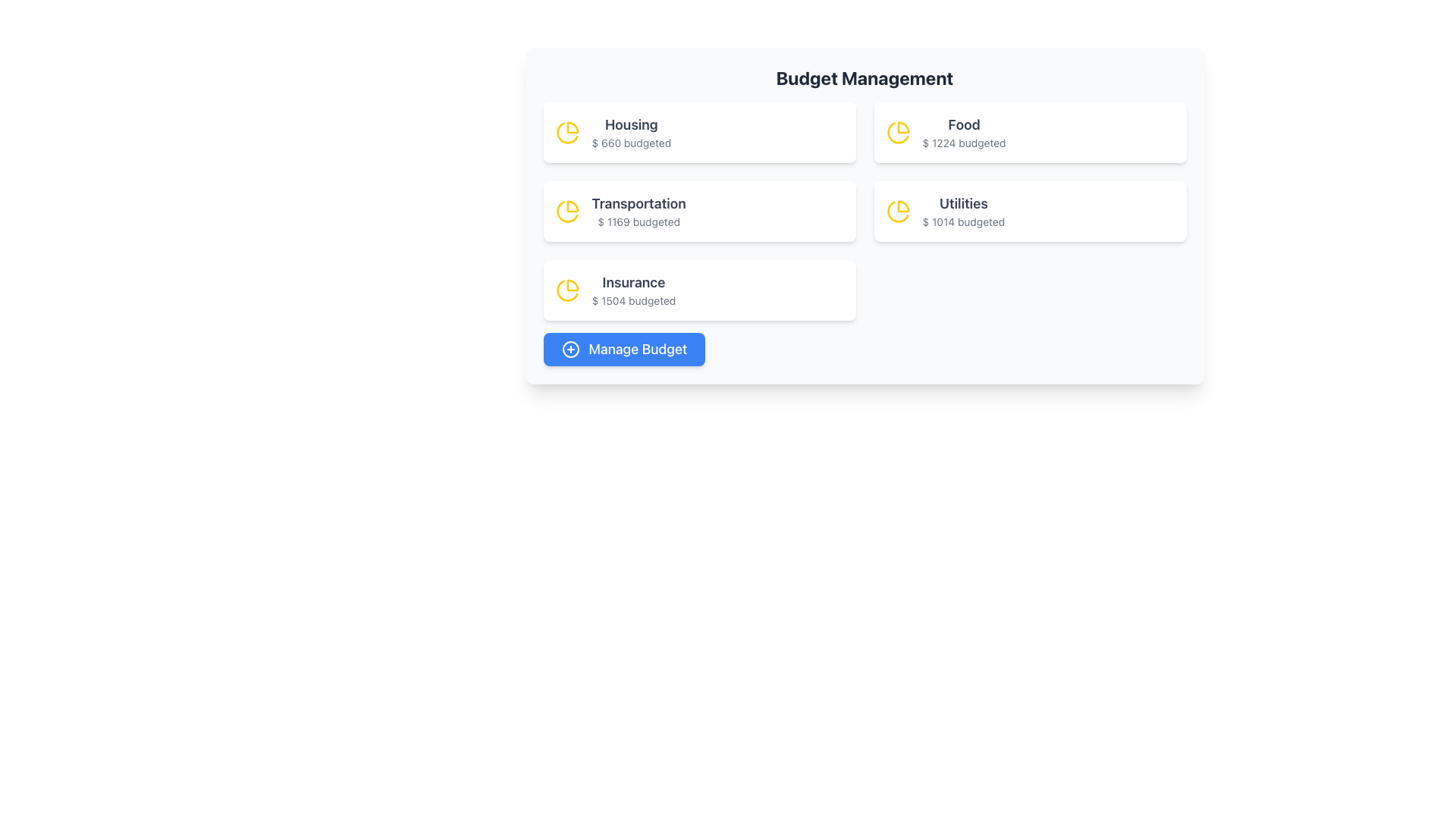 This screenshot has height=819, width=1456. Describe the element at coordinates (963, 143) in the screenshot. I see `budgeted amount information from the Text label located beneath the 'Food' label in the upper-right card of the grid layout` at that location.